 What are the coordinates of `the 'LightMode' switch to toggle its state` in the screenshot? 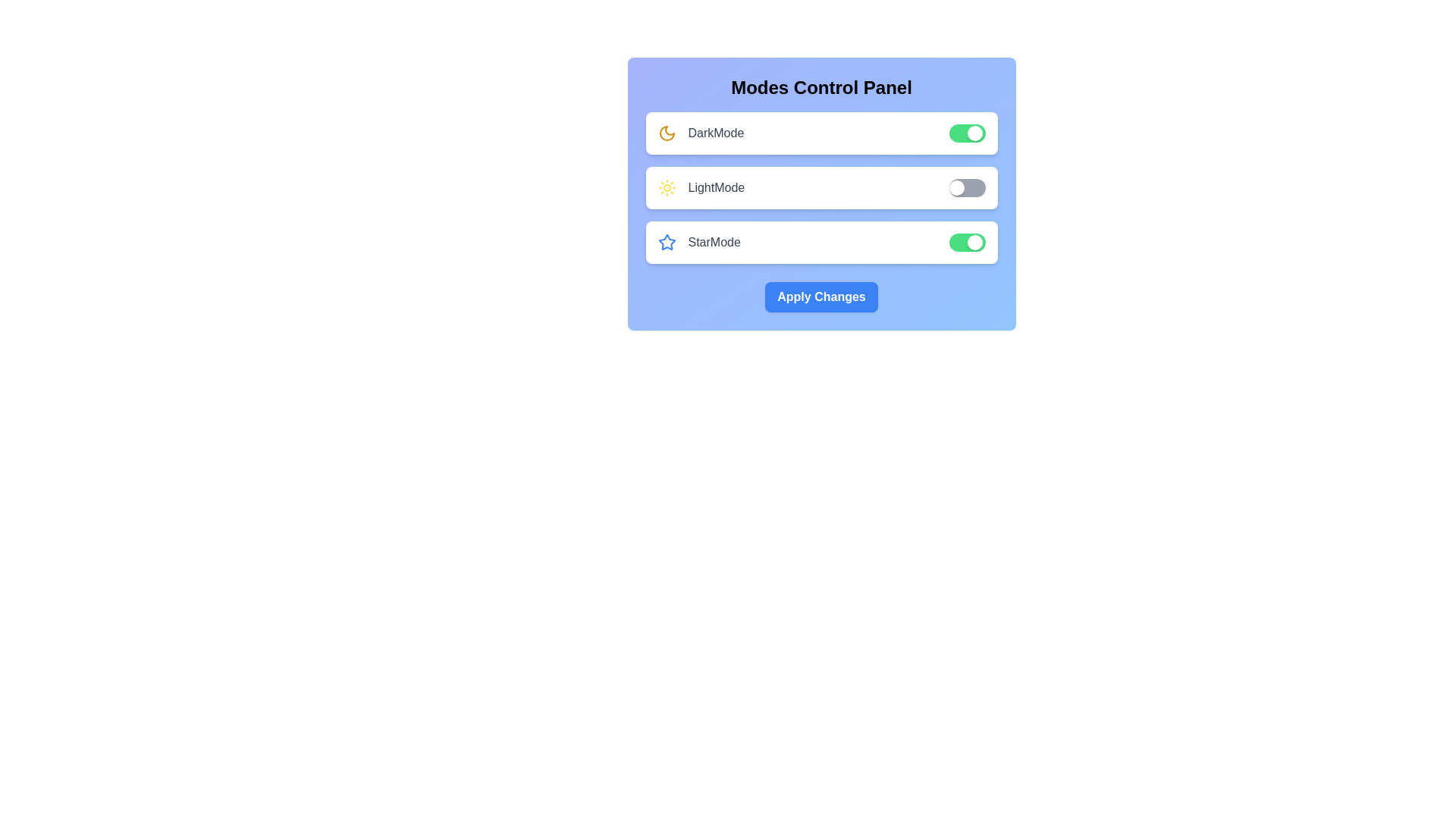 It's located at (966, 187).